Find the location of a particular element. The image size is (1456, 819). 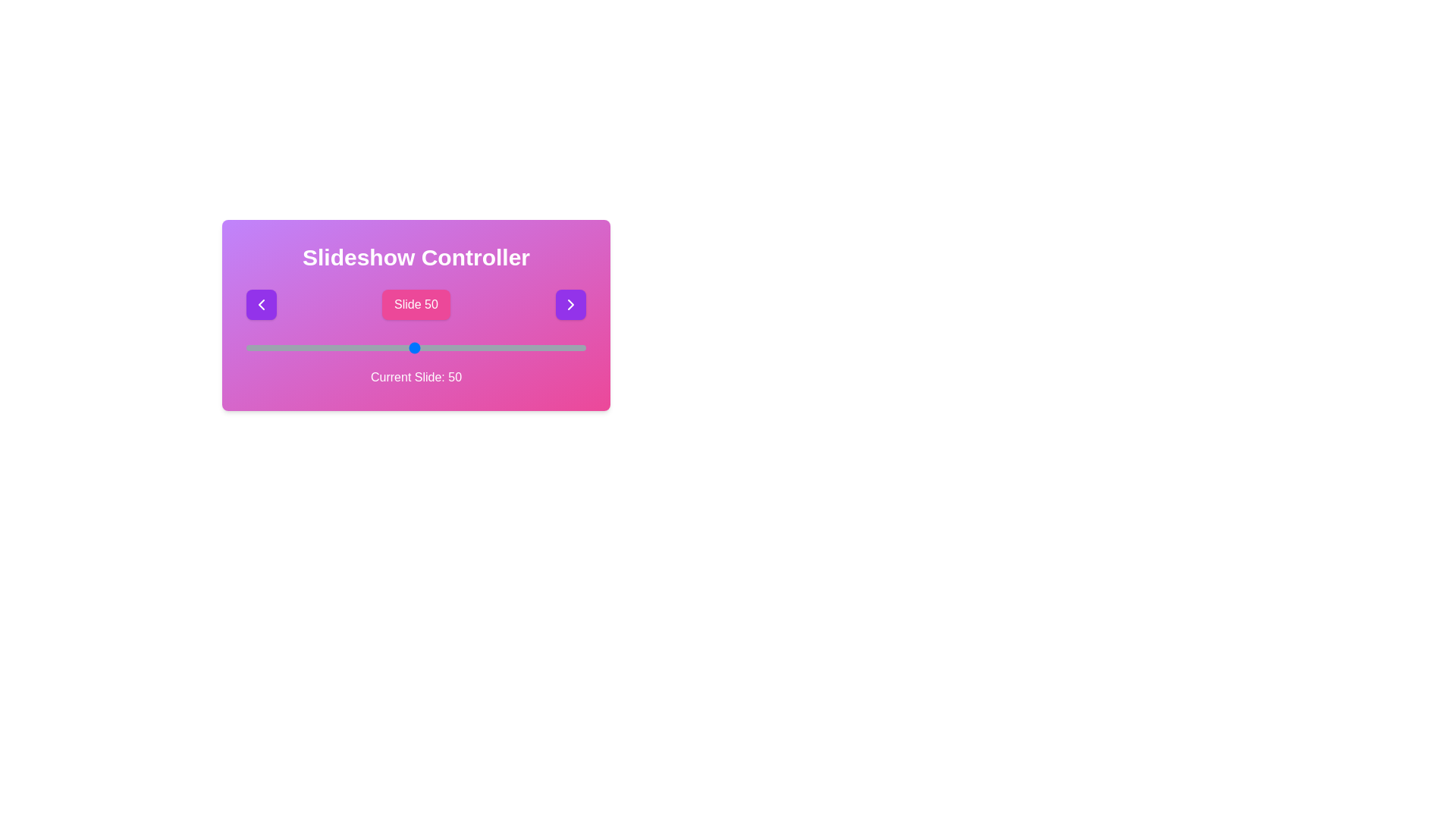

the right arrow button to navigate to the next slide is located at coordinates (570, 304).